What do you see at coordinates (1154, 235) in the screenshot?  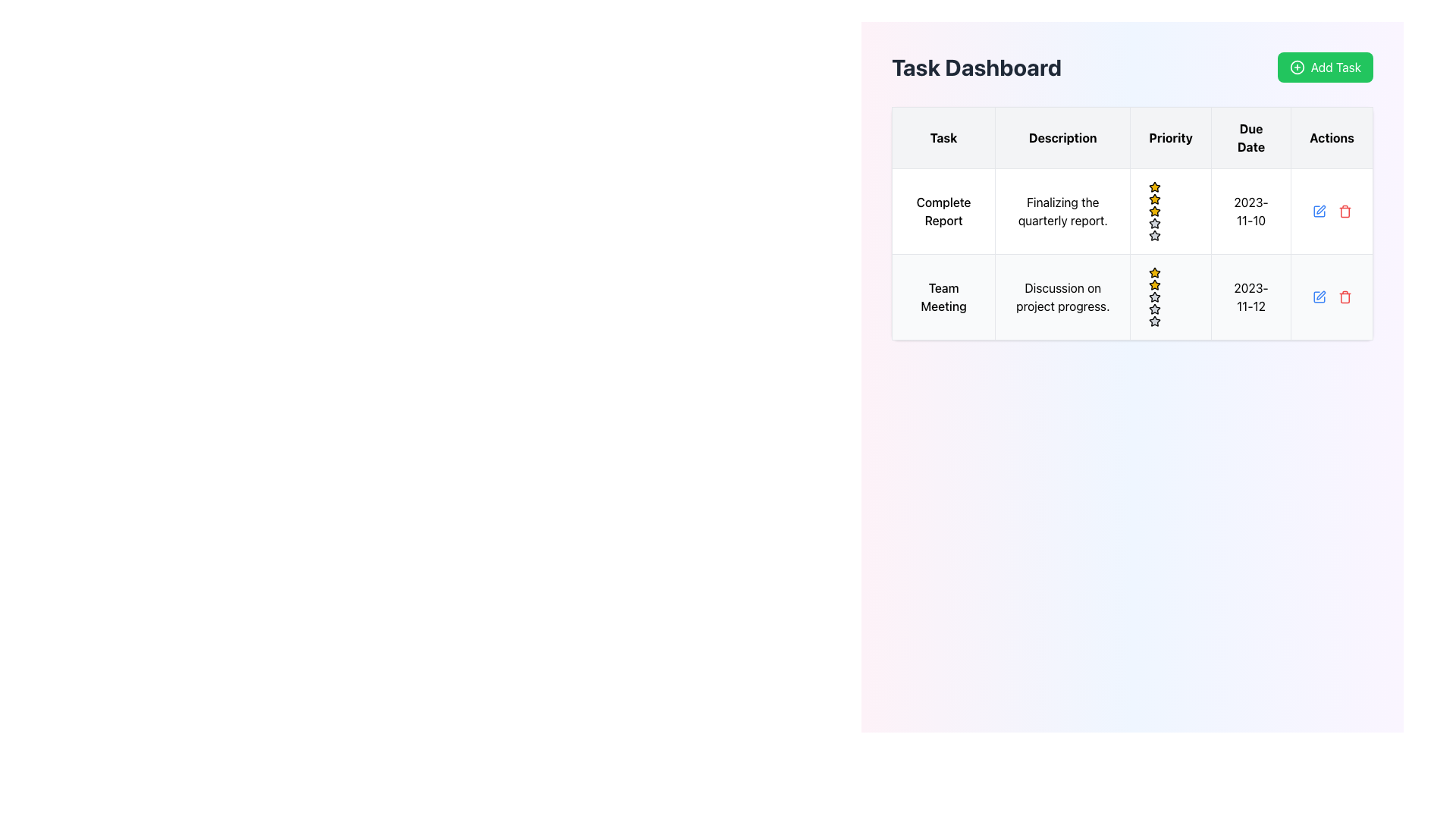 I see `the fifth star in the star rating indicator under the 'Priority' column for the 'Complete Report' task to provide visual feedback` at bounding box center [1154, 235].